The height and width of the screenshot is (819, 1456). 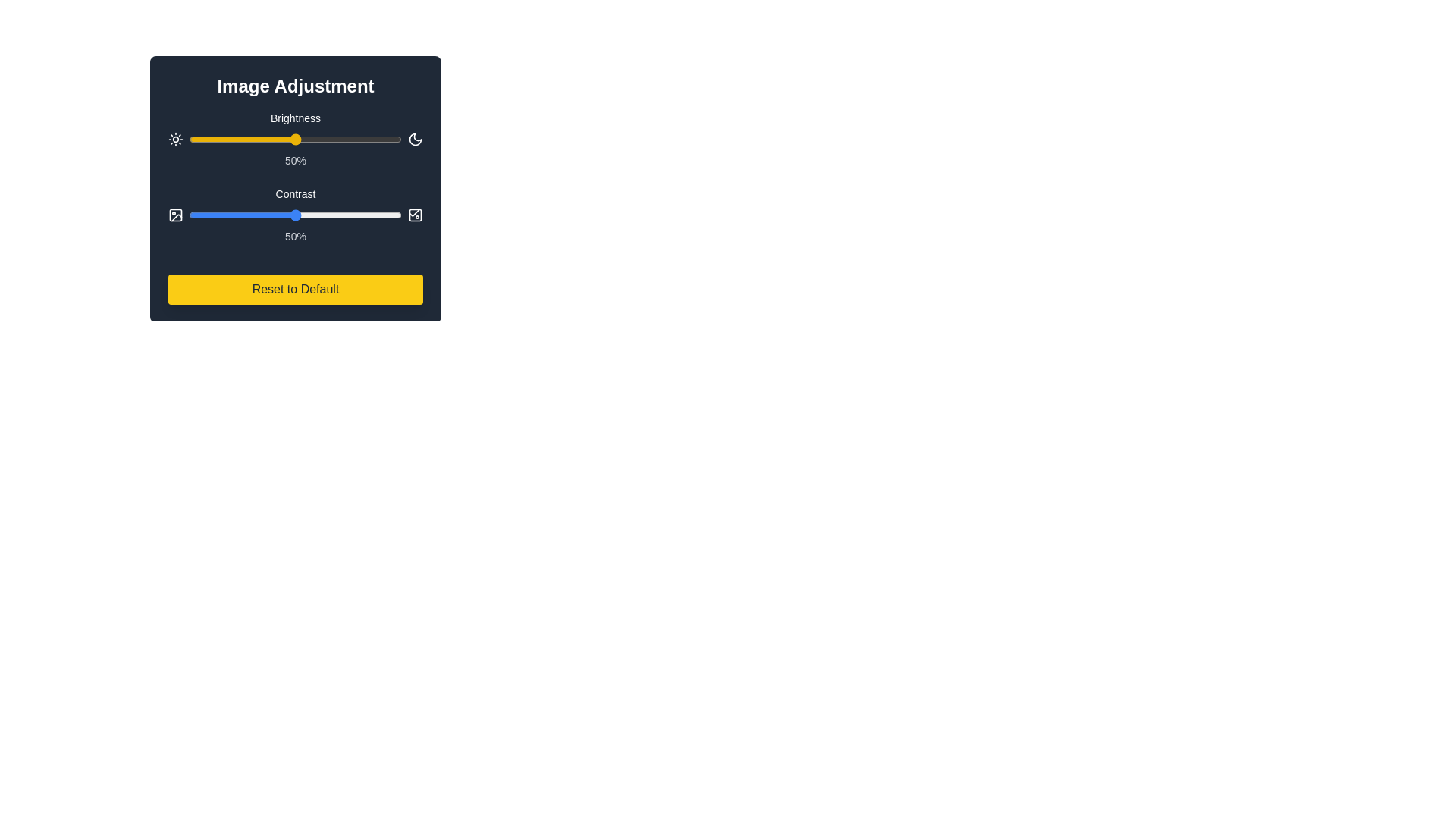 What do you see at coordinates (397, 140) in the screenshot?
I see `brightness` at bounding box center [397, 140].